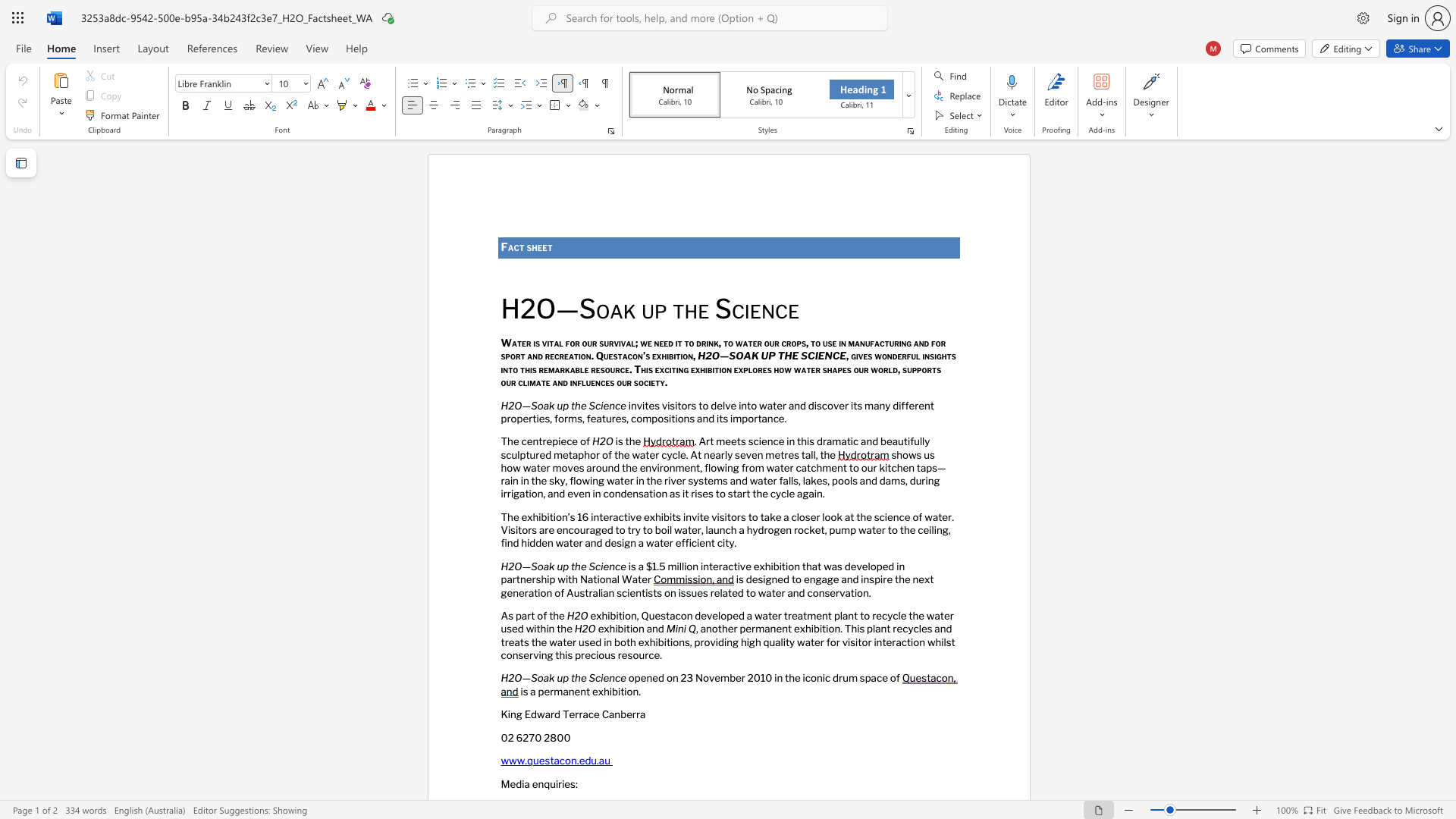  Describe the element at coordinates (629, 629) in the screenshot. I see `the space between the continuous character "t" and "i" in the text` at that location.